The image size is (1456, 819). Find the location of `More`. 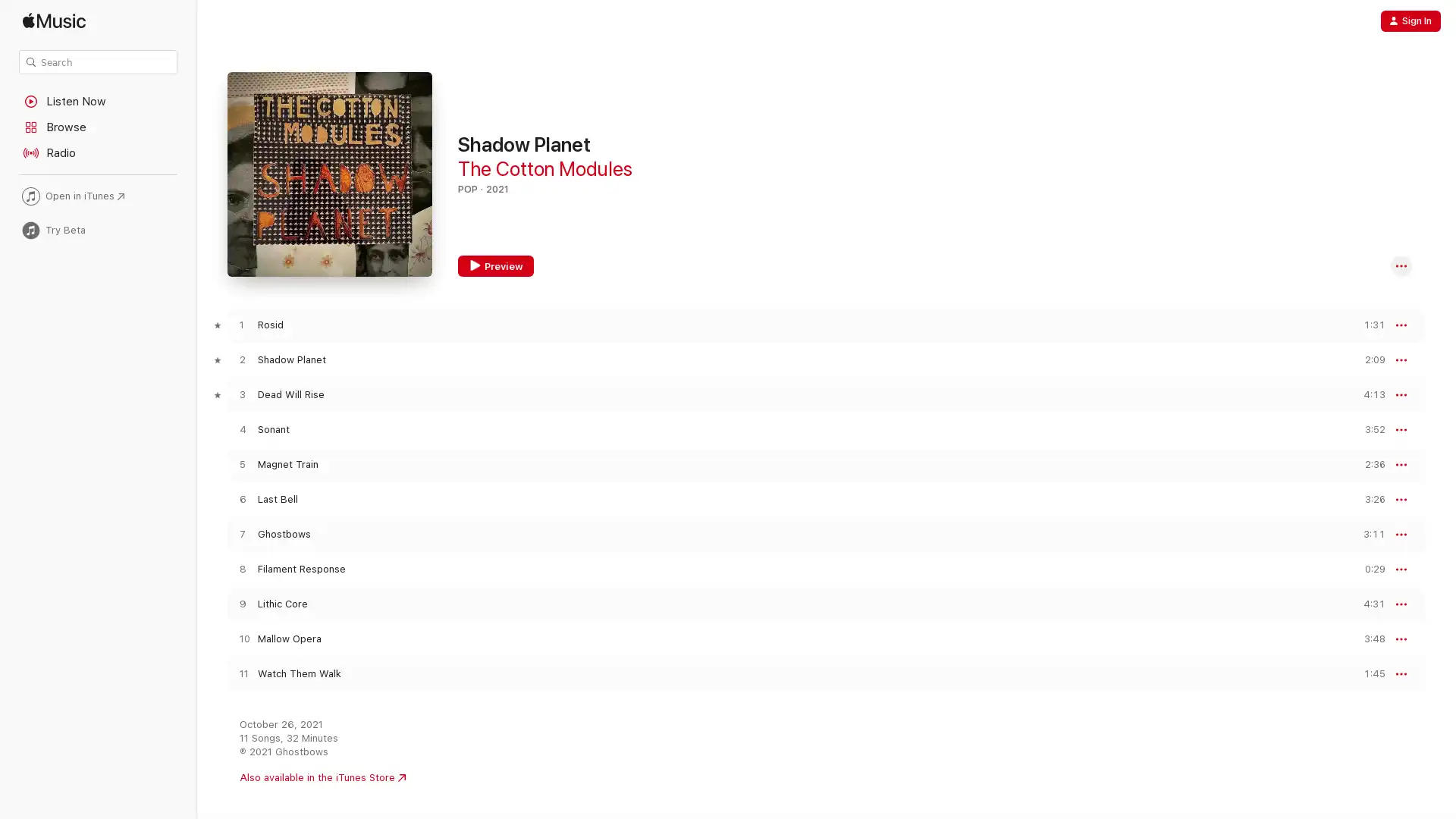

More is located at coordinates (1401, 639).